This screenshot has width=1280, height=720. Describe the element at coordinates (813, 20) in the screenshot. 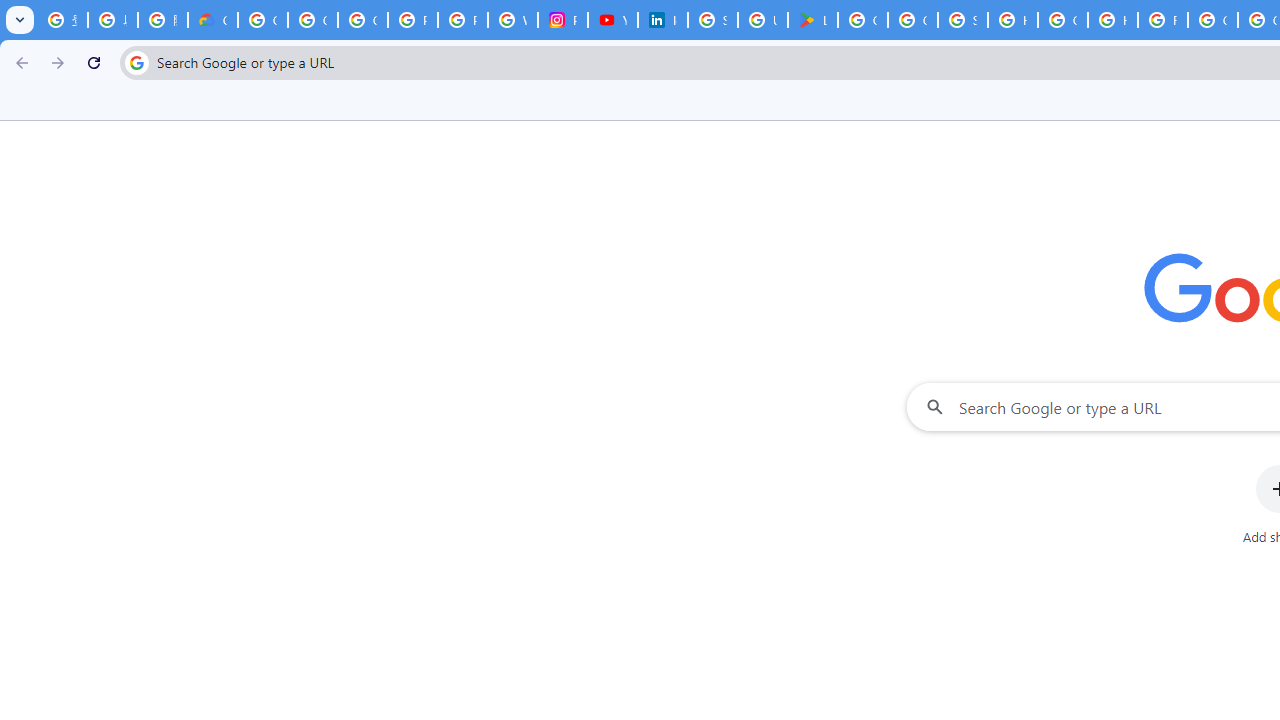

I see `'Last Shelter: Survival - Apps on Google Play'` at that location.